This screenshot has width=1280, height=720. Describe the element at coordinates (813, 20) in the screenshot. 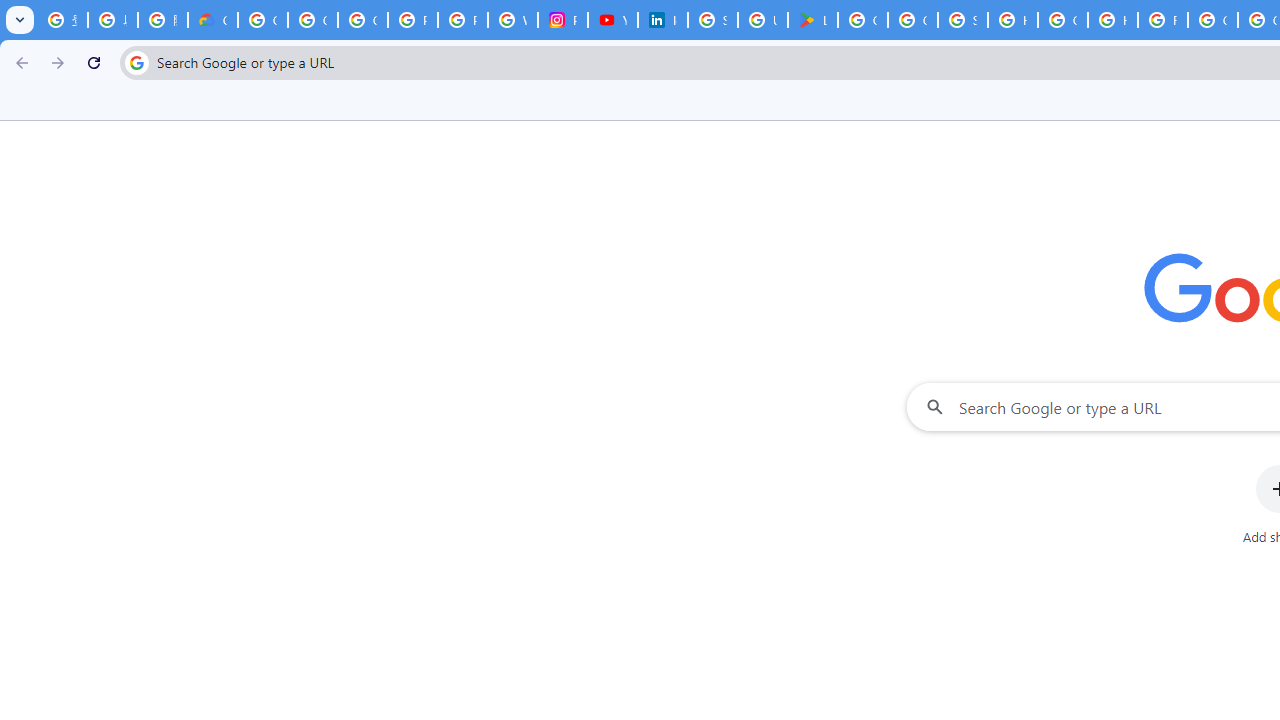

I see `'Last Shelter: Survival - Apps on Google Play'` at that location.